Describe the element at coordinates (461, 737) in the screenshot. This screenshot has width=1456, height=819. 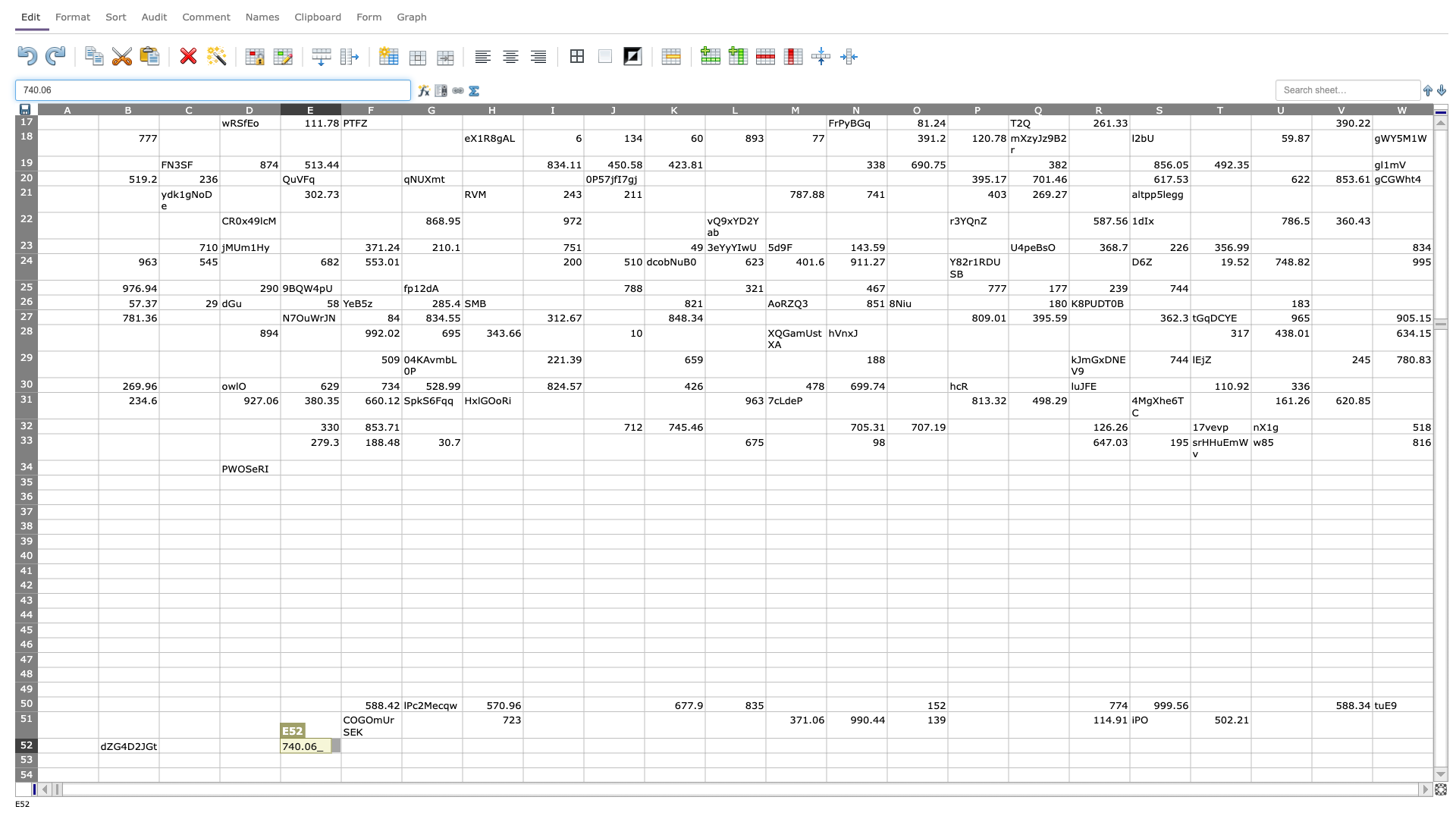
I see `Upper left of H52` at that location.